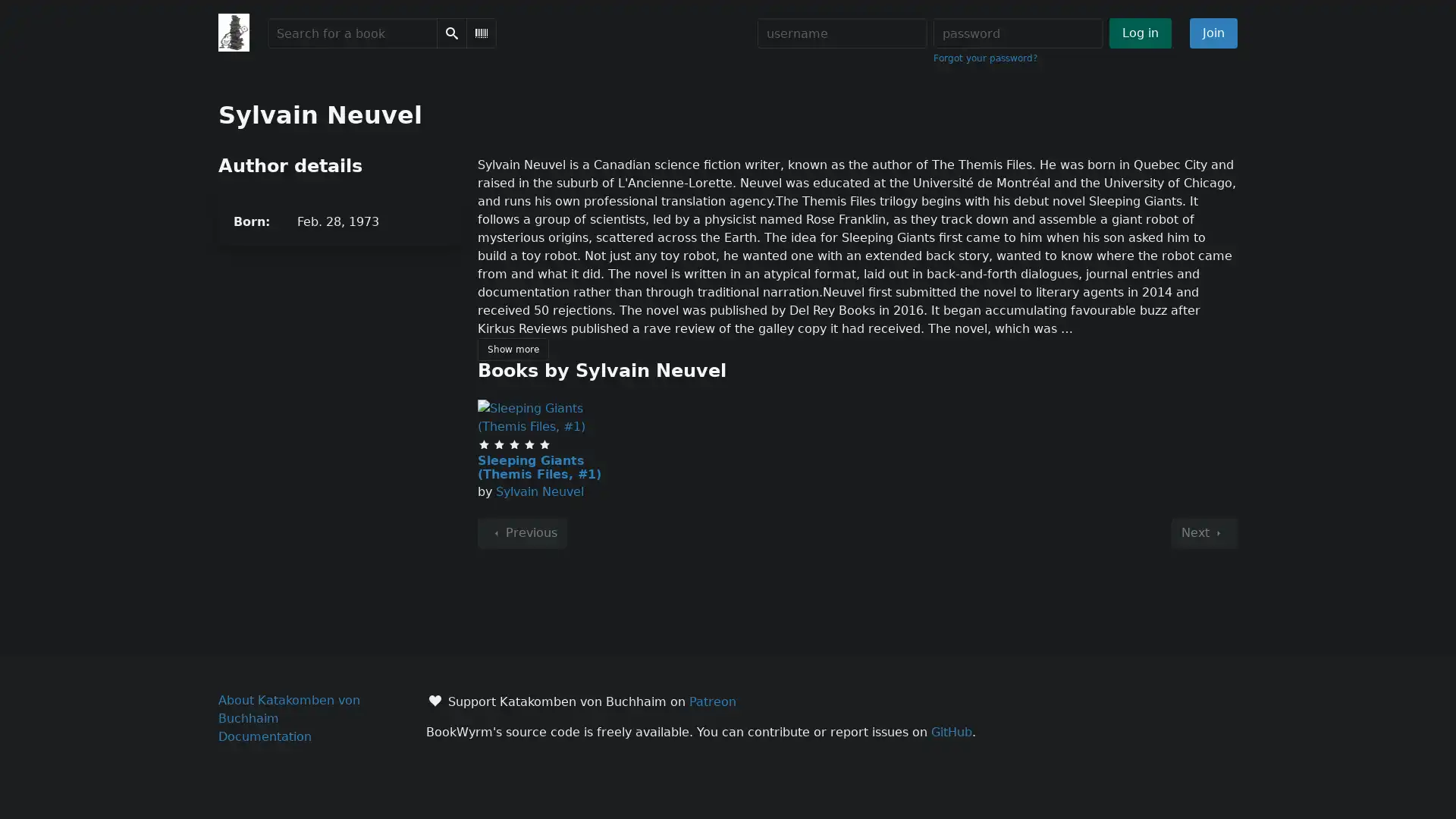 This screenshot has width=1456, height=819. What do you see at coordinates (1139, 33) in the screenshot?
I see `Log in` at bounding box center [1139, 33].